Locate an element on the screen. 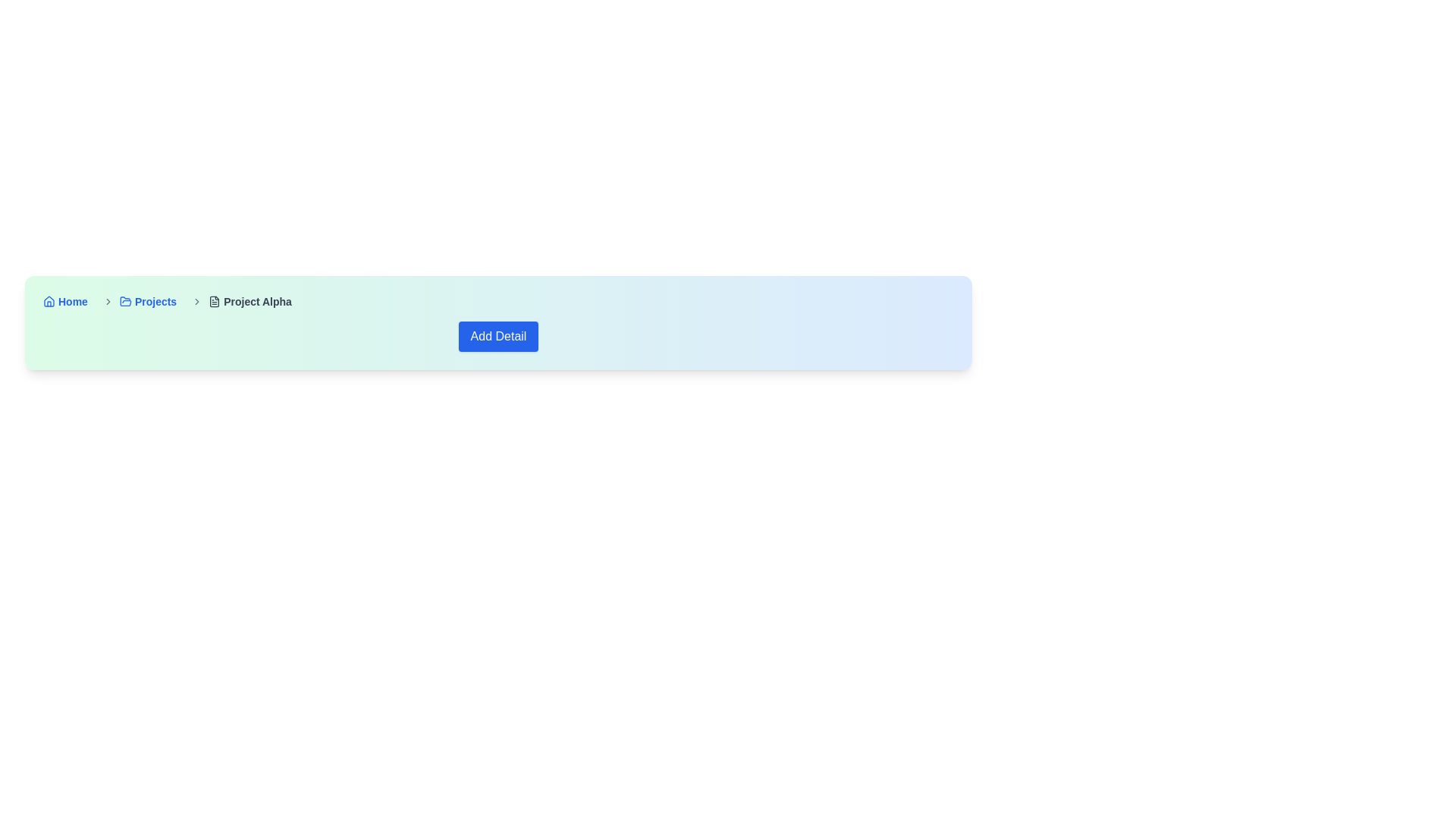 The width and height of the screenshot is (1456, 819). the SVG Icon representing the 'Projects' section in the breadcrumb navigation, which is located between the home icon and the text 'Projects' is located at coordinates (125, 301).